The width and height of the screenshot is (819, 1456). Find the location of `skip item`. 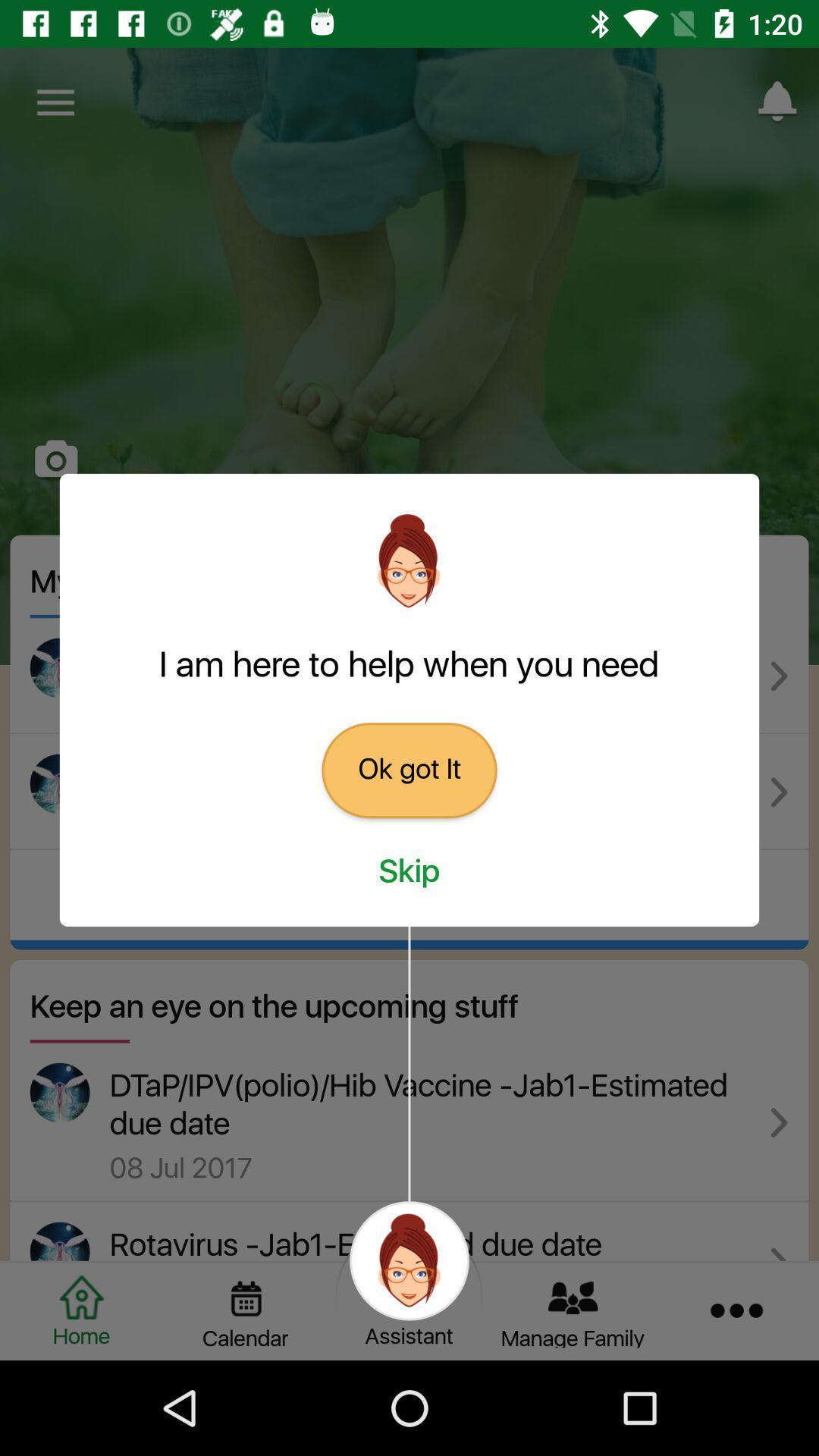

skip item is located at coordinates (409, 872).